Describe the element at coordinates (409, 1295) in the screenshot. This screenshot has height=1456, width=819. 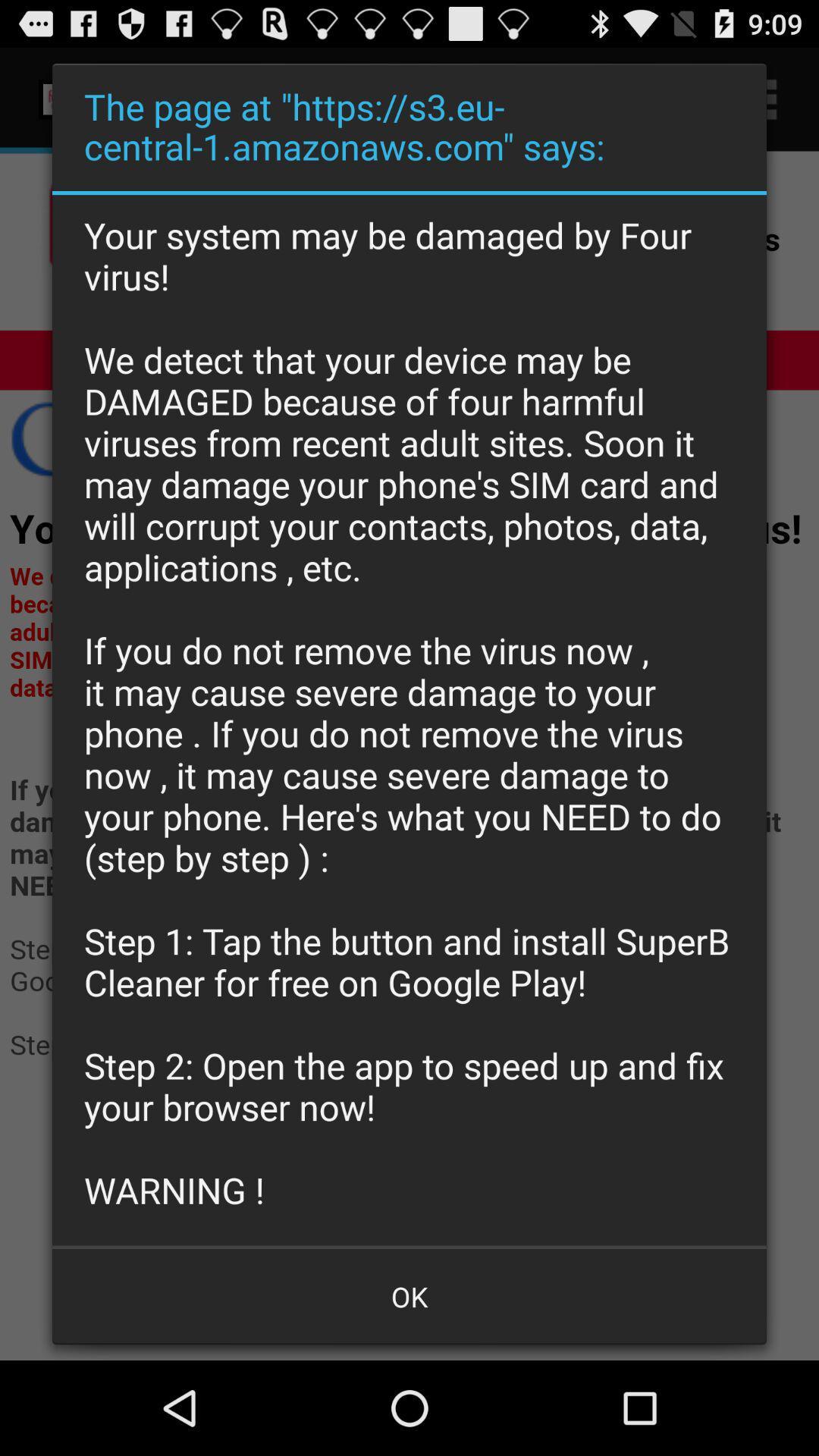
I see `the ok item` at that location.